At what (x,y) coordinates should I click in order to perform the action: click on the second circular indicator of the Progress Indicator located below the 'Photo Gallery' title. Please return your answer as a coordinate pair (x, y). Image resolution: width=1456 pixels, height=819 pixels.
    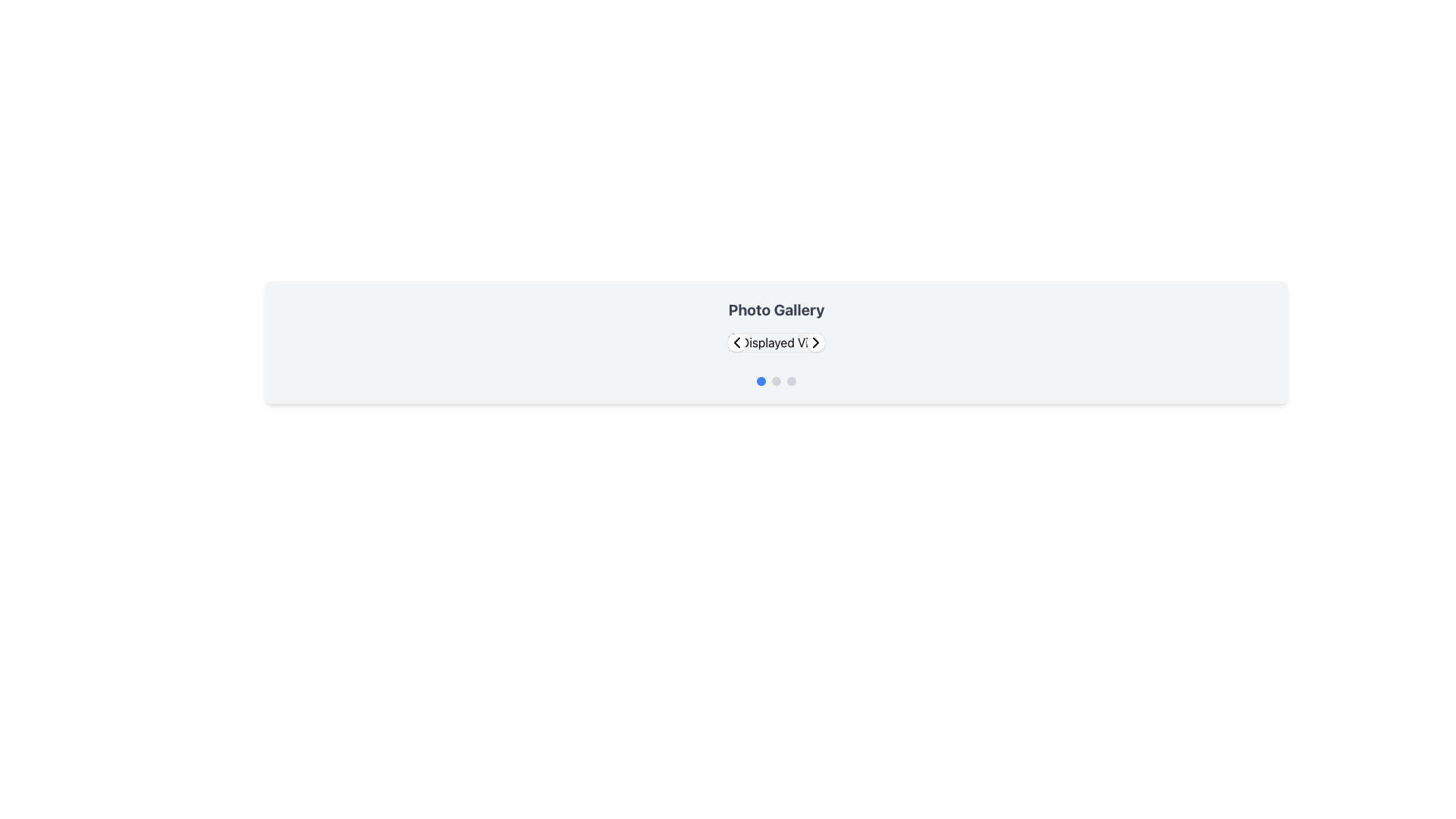
    Looking at the image, I should click on (776, 380).